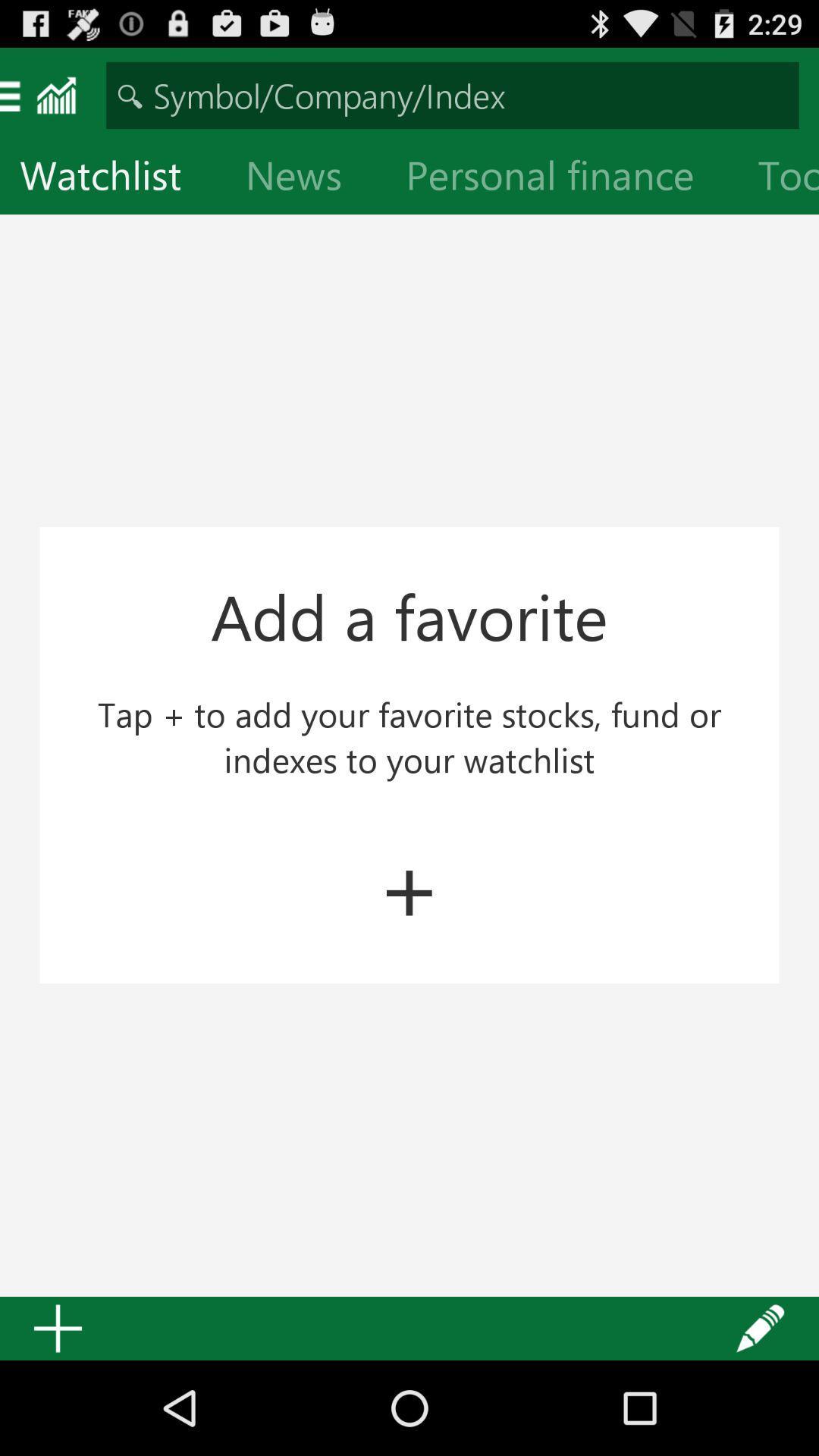 This screenshot has height=1456, width=819. What do you see at coordinates (761, 1328) in the screenshot?
I see `the item at the bottom right corner` at bounding box center [761, 1328].